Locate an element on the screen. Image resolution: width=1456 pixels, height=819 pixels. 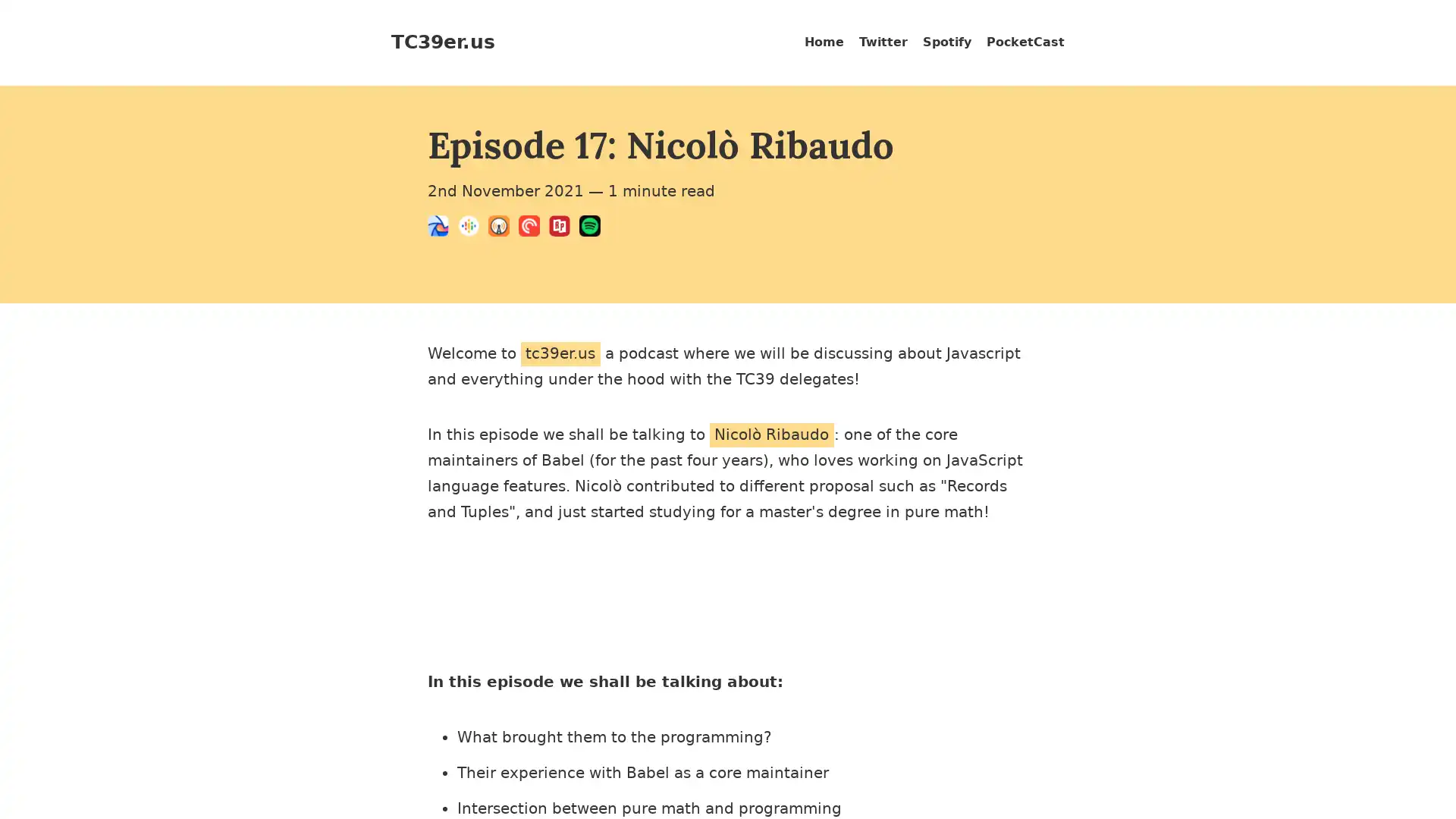
Spotify Logo is located at coordinates (593, 228).